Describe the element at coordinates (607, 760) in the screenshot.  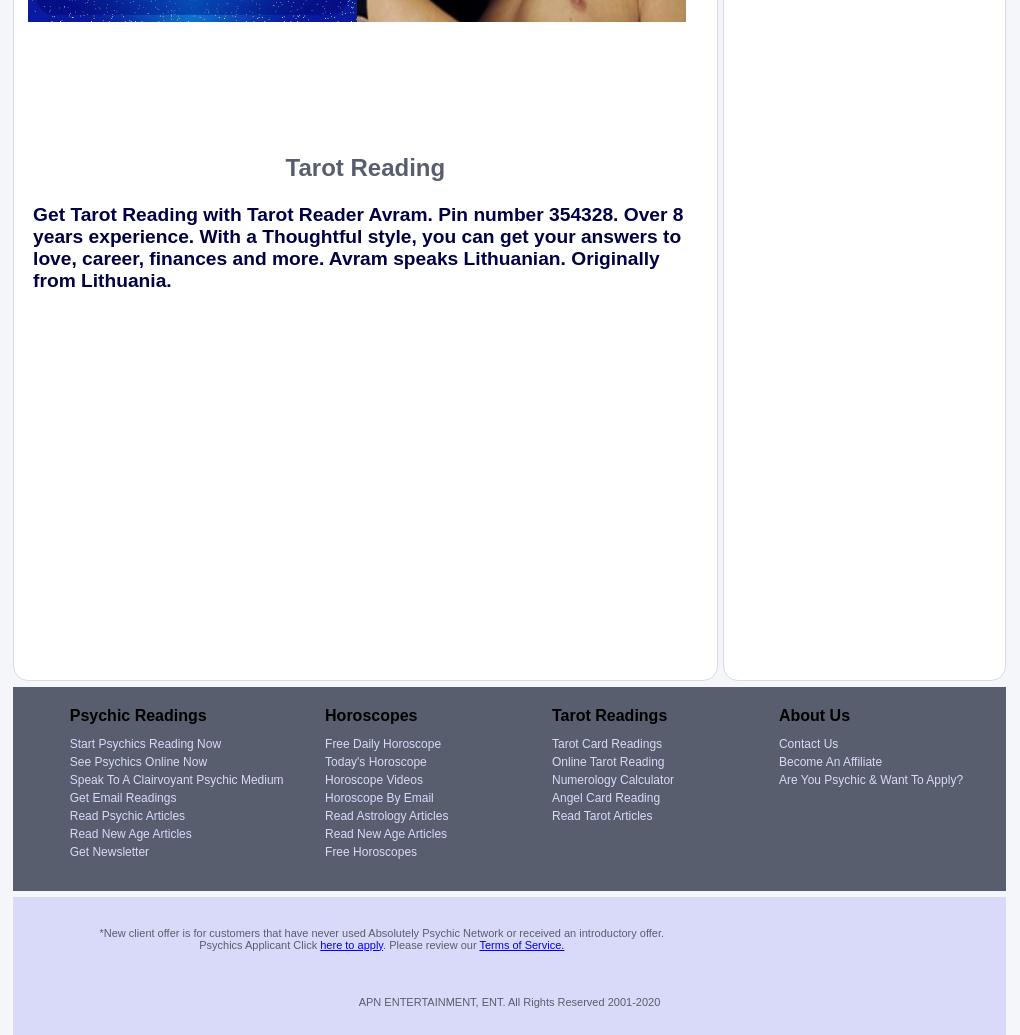
I see `'Online Tarot Reading'` at that location.